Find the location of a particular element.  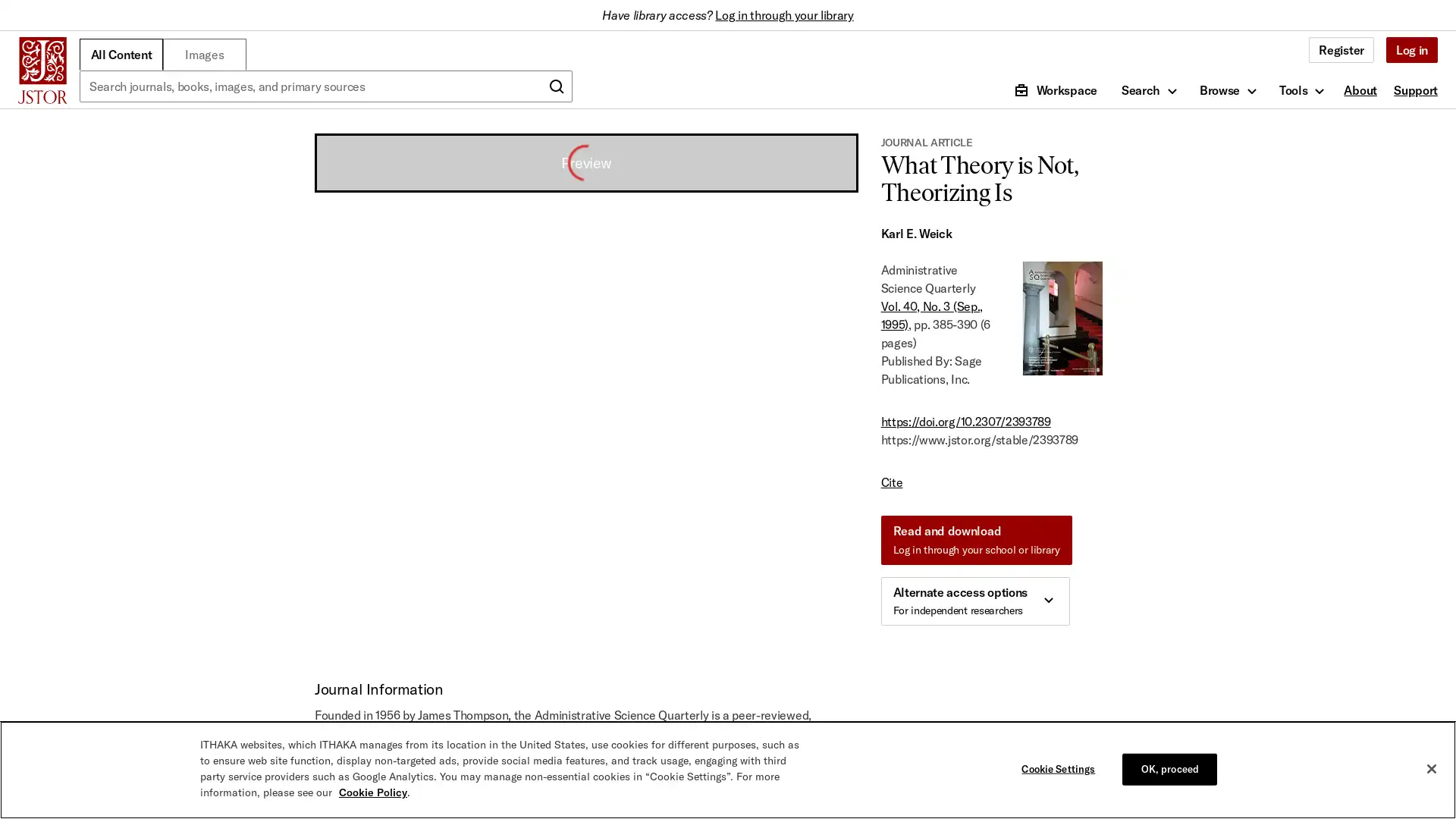

Cookie Settings is located at coordinates (1061, 769).